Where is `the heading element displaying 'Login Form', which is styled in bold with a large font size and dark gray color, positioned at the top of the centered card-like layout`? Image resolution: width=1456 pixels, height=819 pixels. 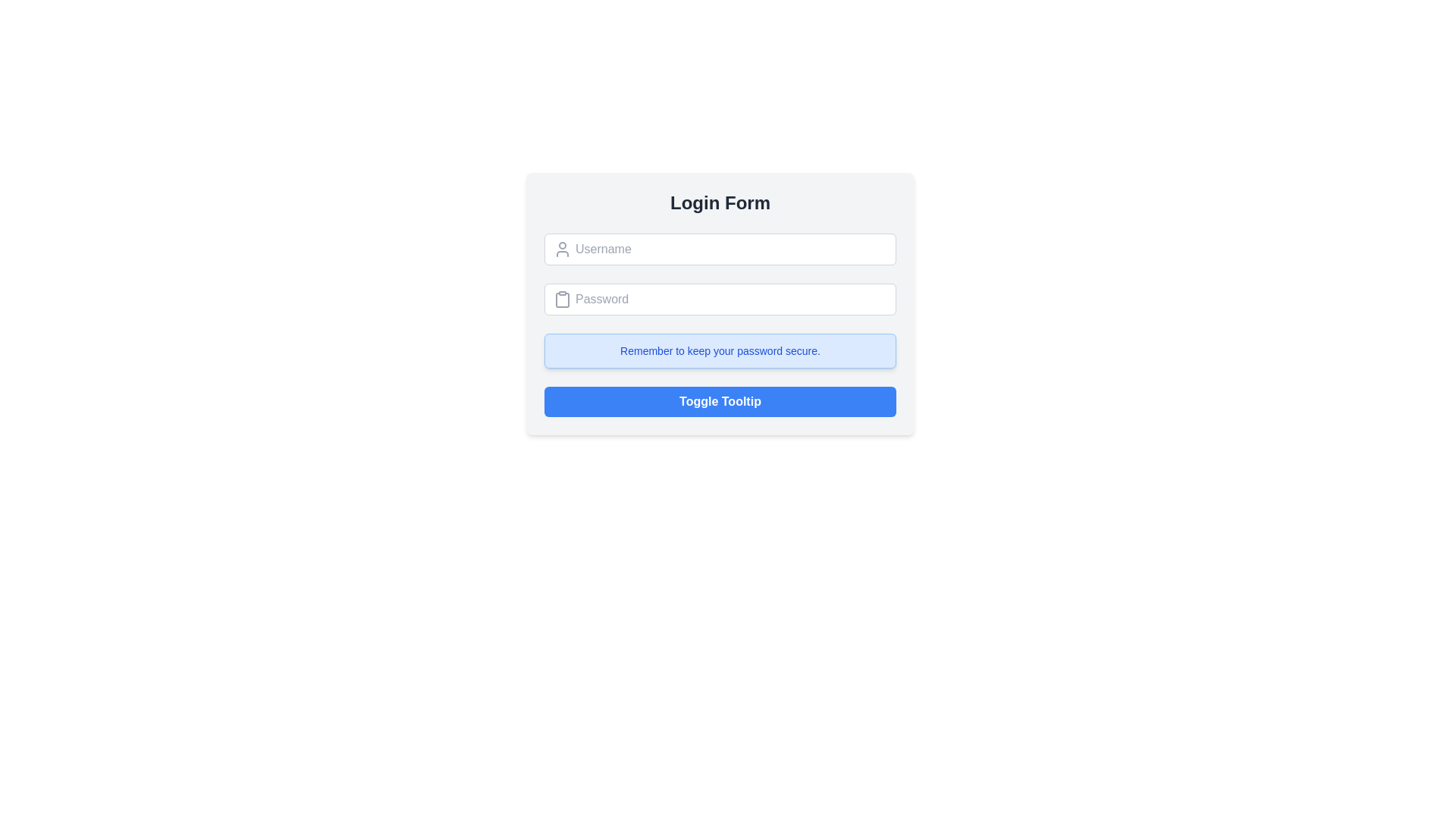 the heading element displaying 'Login Form', which is styled in bold with a large font size and dark gray color, positioned at the top of the centered card-like layout is located at coordinates (720, 202).